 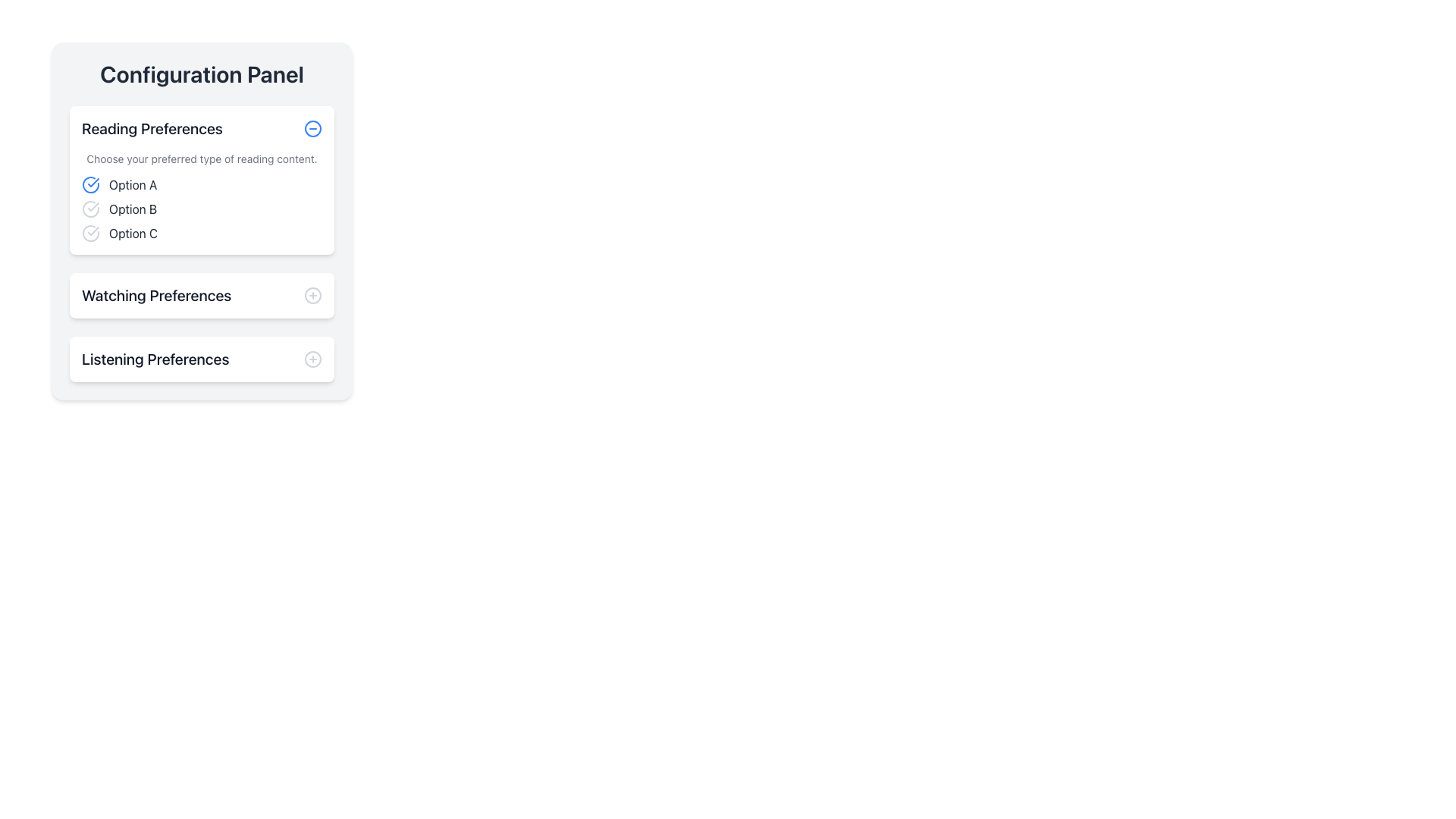 I want to click on the 'Option B' radio button located in the 'Reading Preferences' section, which is the second option in a vertical list of three options, so click(x=201, y=209).